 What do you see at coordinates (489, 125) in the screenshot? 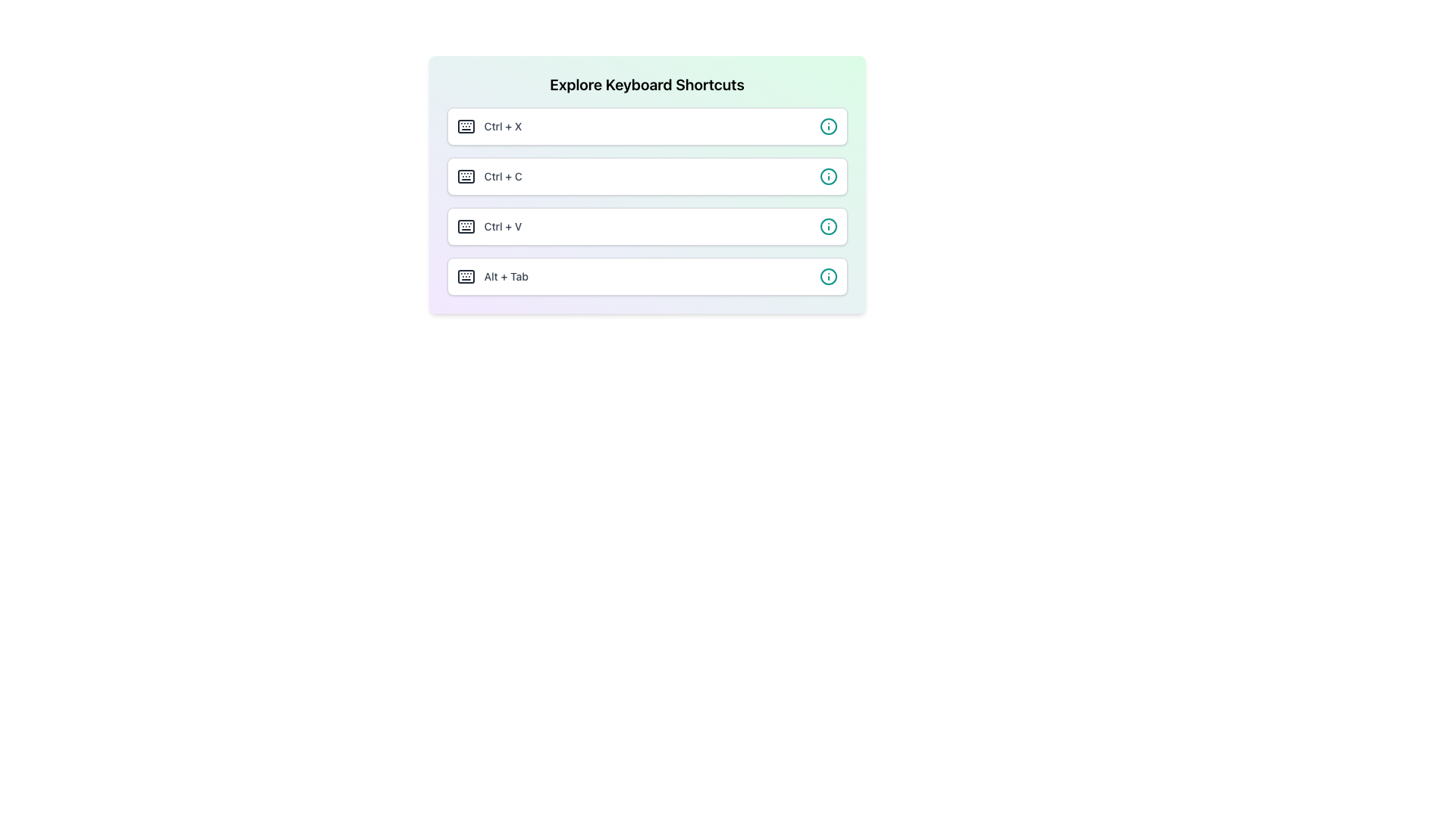
I see `the keyboard shortcut 'Ctrl + X' displayed in the text label with an icon, which is located within a rounded white card below the header 'Explore Keyboard Shortcuts'` at bounding box center [489, 125].